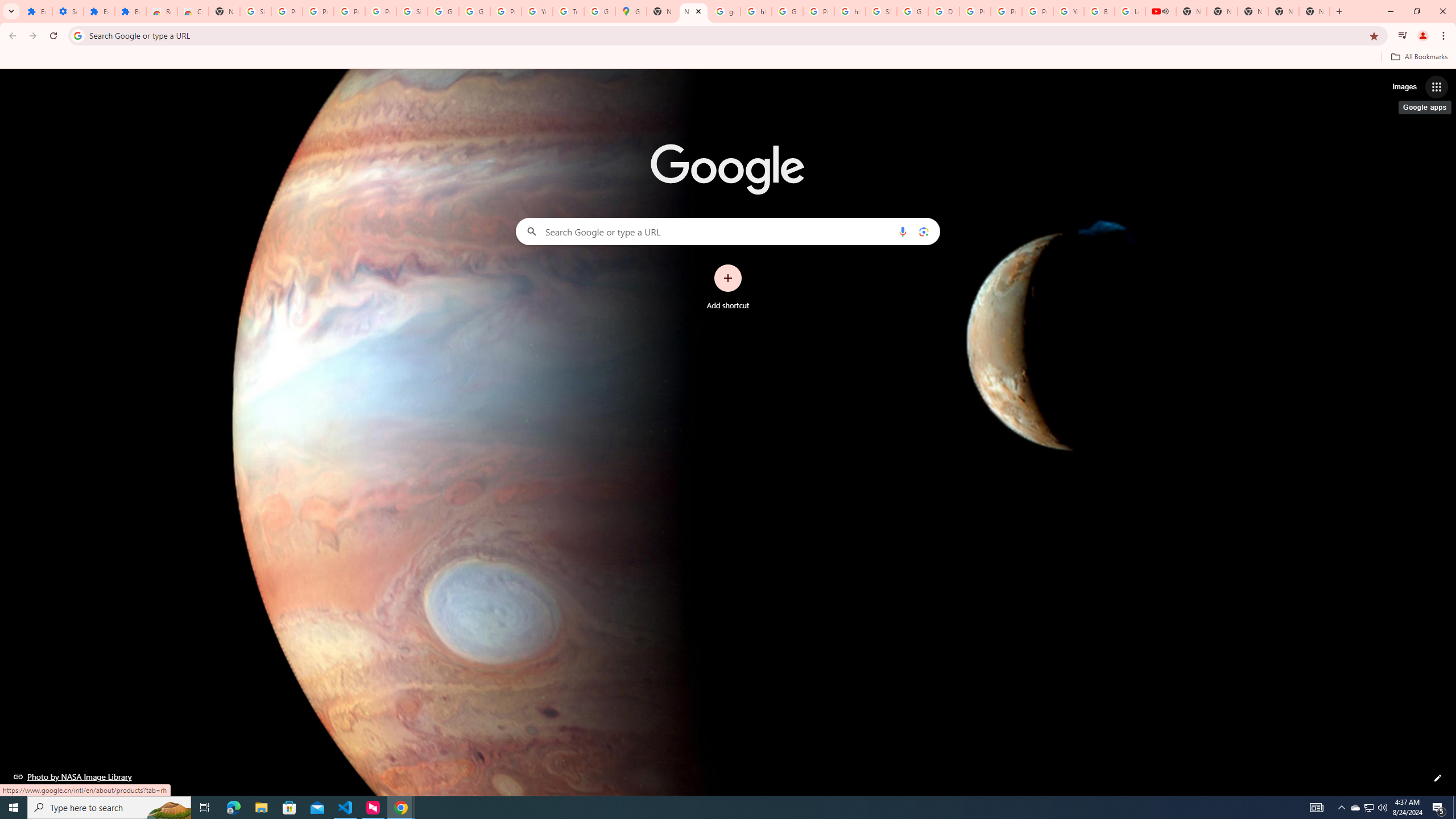  What do you see at coordinates (162, 11) in the screenshot?
I see `'Reviews: Helix Fruit Jump Arcade Game'` at bounding box center [162, 11].